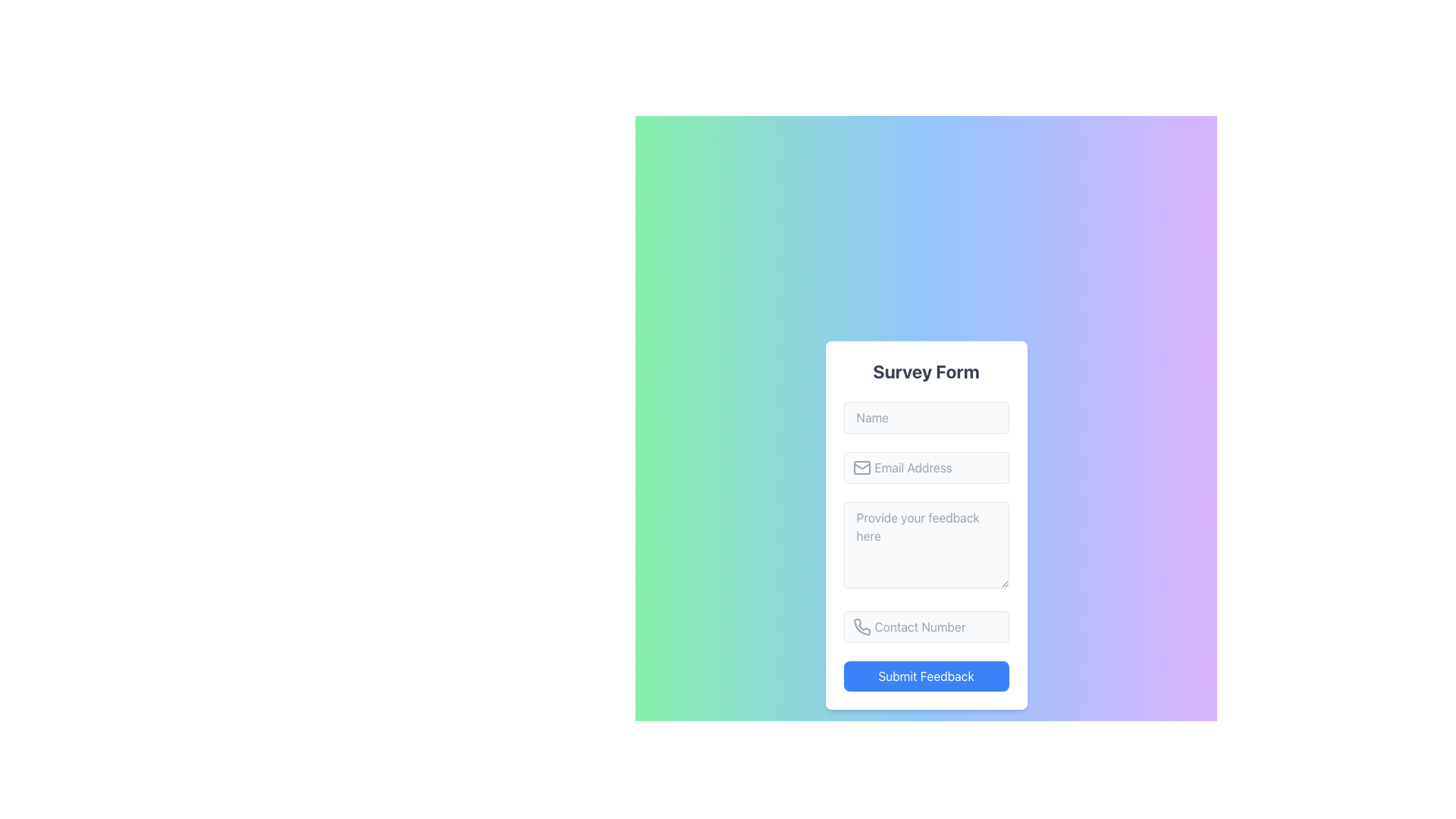 Image resolution: width=1456 pixels, height=819 pixels. I want to click on the small gray phone icon with a stroke design, located to the left of the 'Contact Number' text input field, so click(861, 626).